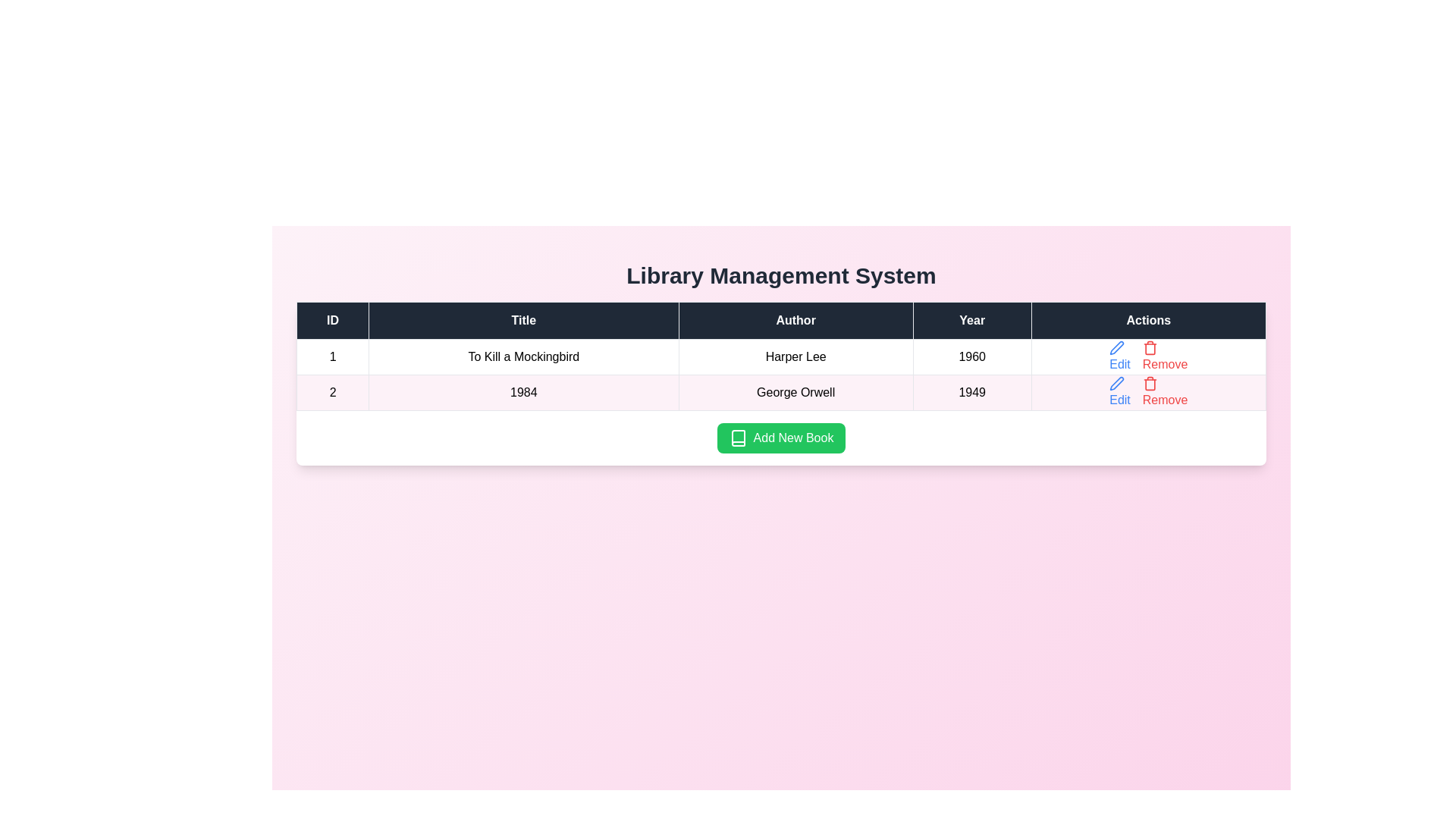 The height and width of the screenshot is (819, 1456). Describe the element at coordinates (1148, 391) in the screenshot. I see `the 'Edit' or 'Remove' button in the last column of the second row of the table displaying book information to trigger the hover effect` at that location.